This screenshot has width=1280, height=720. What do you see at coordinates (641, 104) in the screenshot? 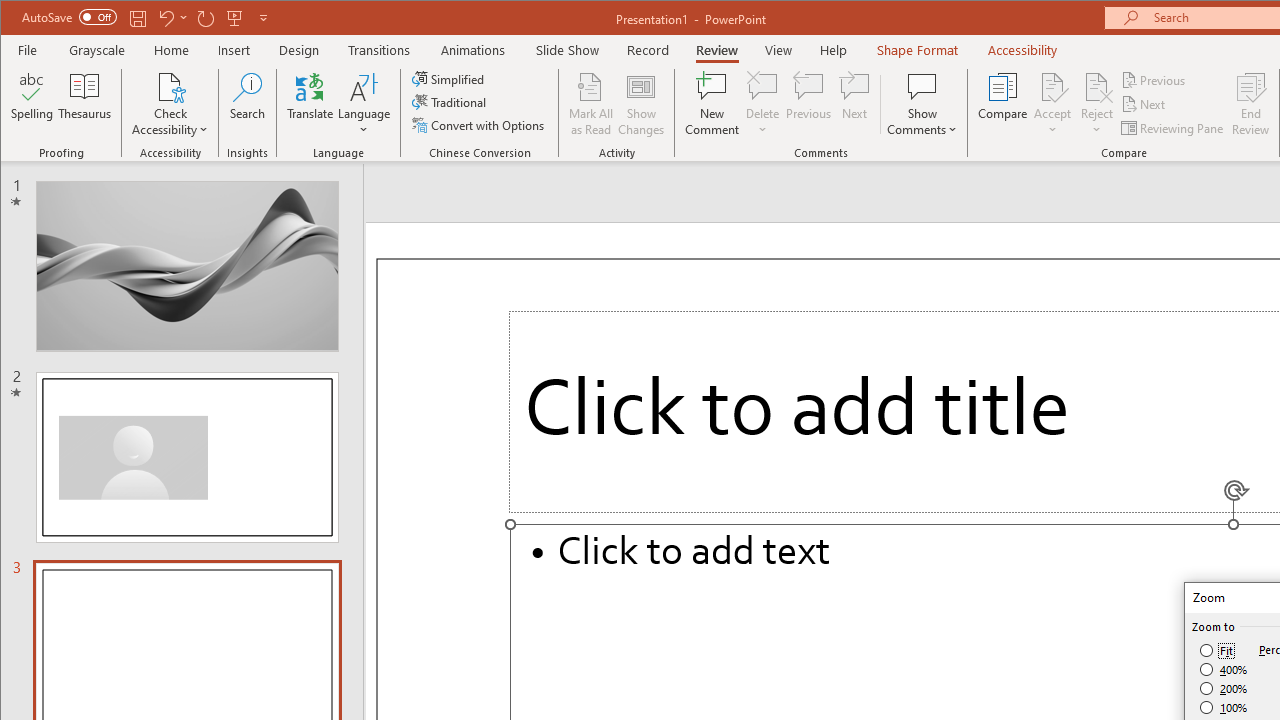
I see `'Show Changes'` at bounding box center [641, 104].